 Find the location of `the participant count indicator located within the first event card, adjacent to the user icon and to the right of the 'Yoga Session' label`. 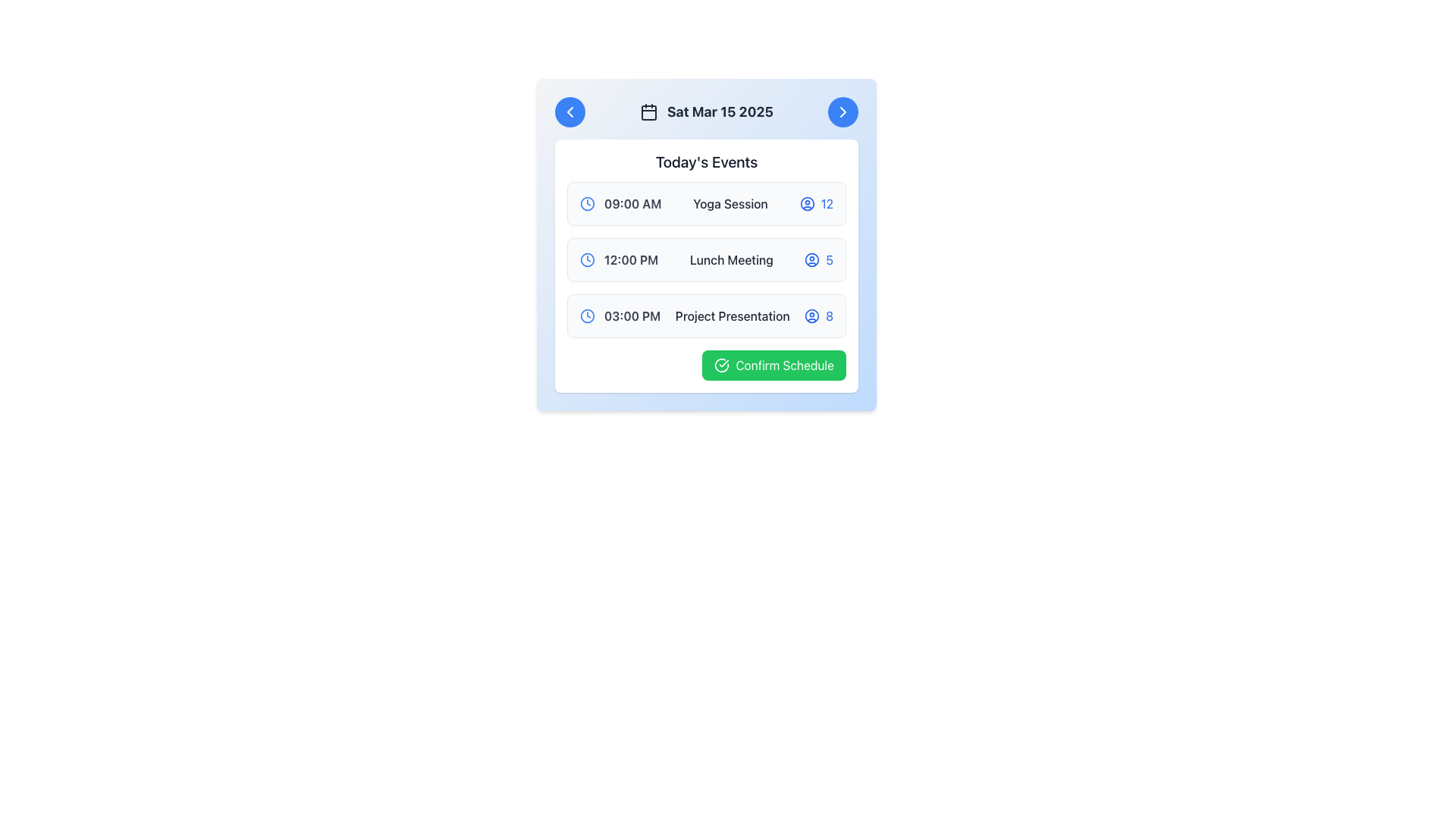

the participant count indicator located within the first event card, adjacent to the user icon and to the right of the 'Yoga Session' label is located at coordinates (815, 203).